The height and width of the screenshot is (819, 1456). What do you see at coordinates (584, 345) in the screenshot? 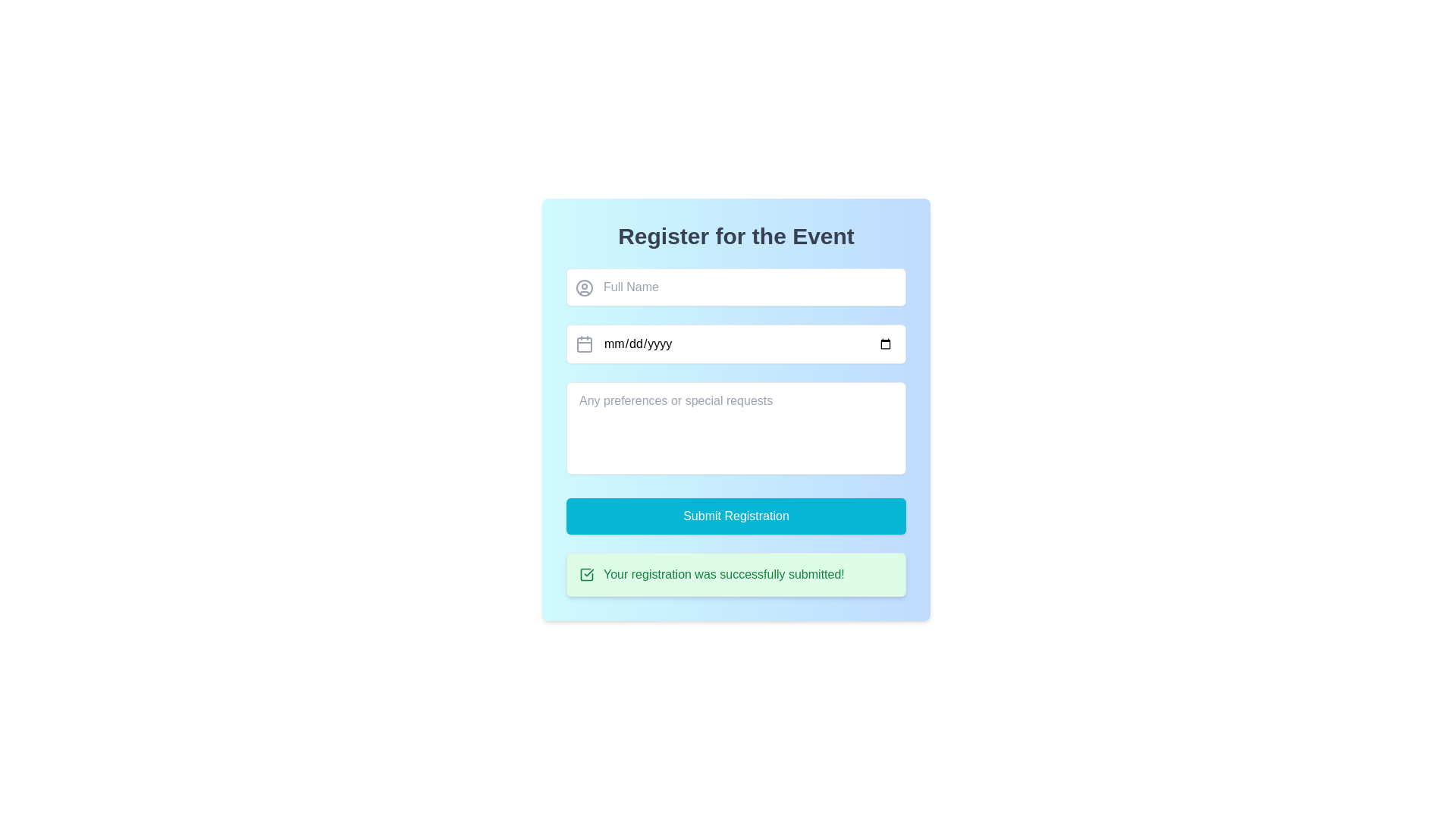
I see `the calendar icon located to the left of the text input field labeled 'mm/dd/yyyy'` at bounding box center [584, 345].